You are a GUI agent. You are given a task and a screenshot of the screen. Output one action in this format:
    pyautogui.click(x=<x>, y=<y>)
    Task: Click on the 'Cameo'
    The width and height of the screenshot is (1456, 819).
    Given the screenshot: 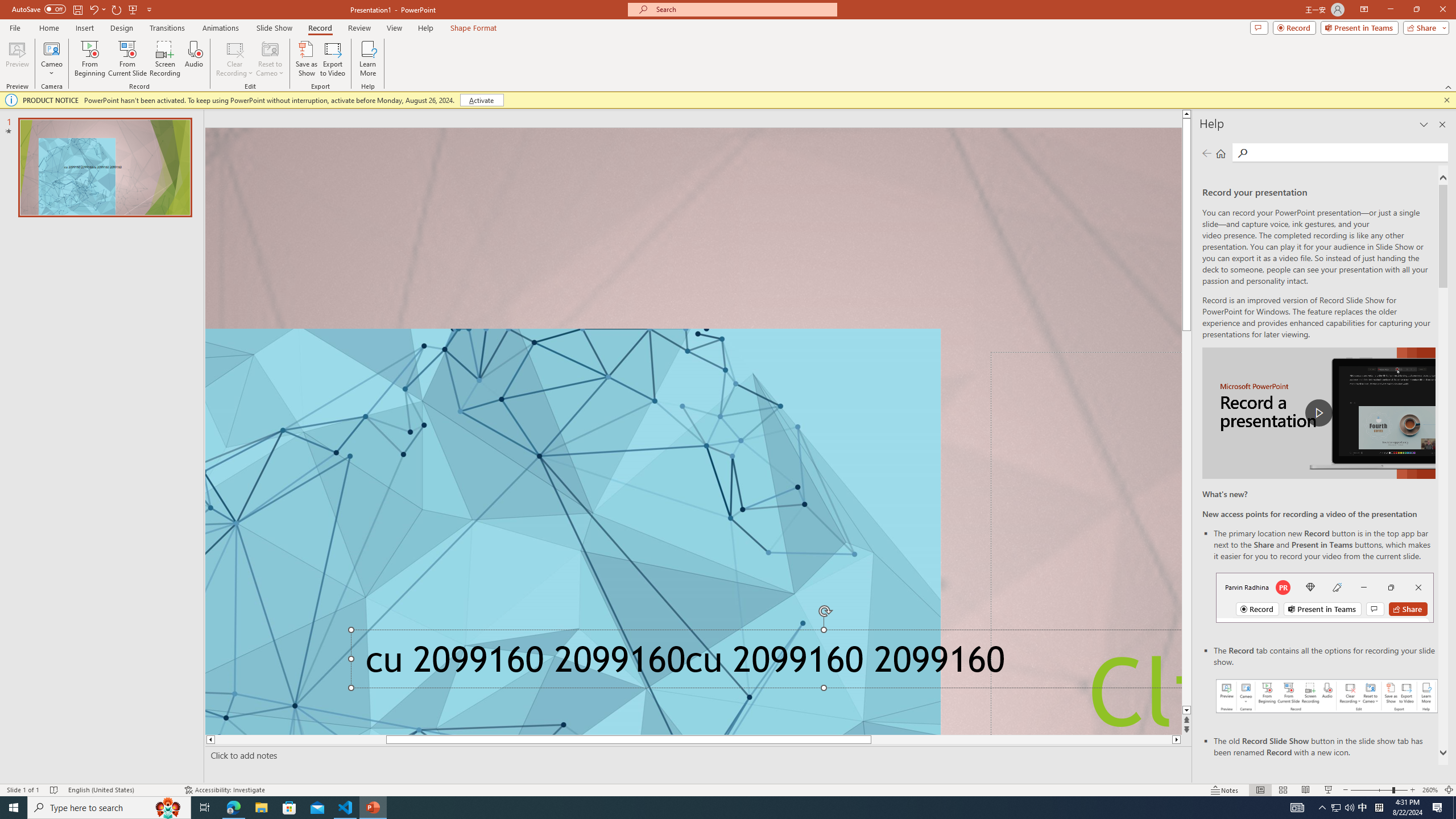 What is the action you would take?
    pyautogui.click(x=51, y=48)
    